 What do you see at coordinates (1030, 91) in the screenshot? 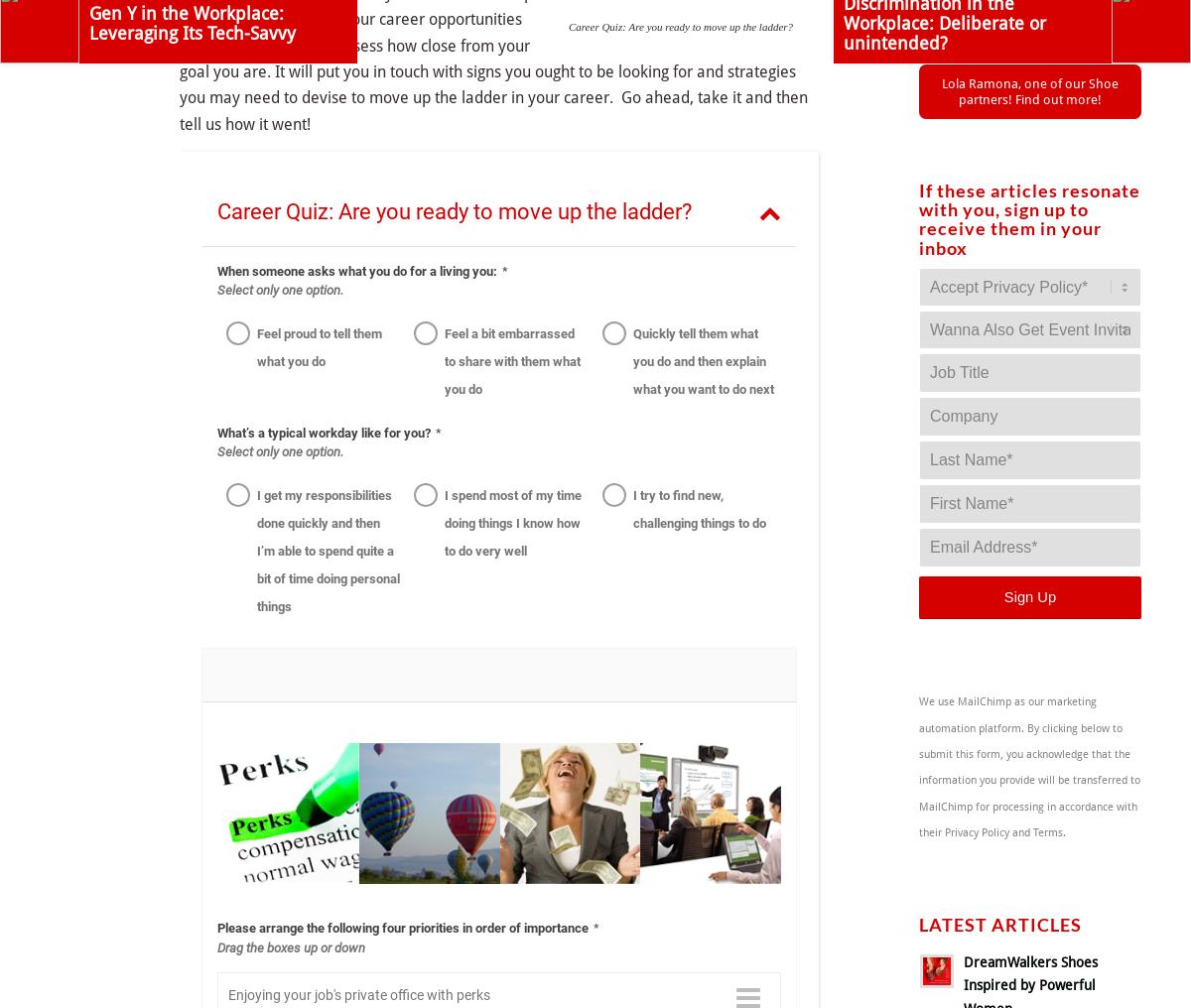
I see `'Lola Ramona, one of our Shoe partners! Find out more!'` at bounding box center [1030, 91].